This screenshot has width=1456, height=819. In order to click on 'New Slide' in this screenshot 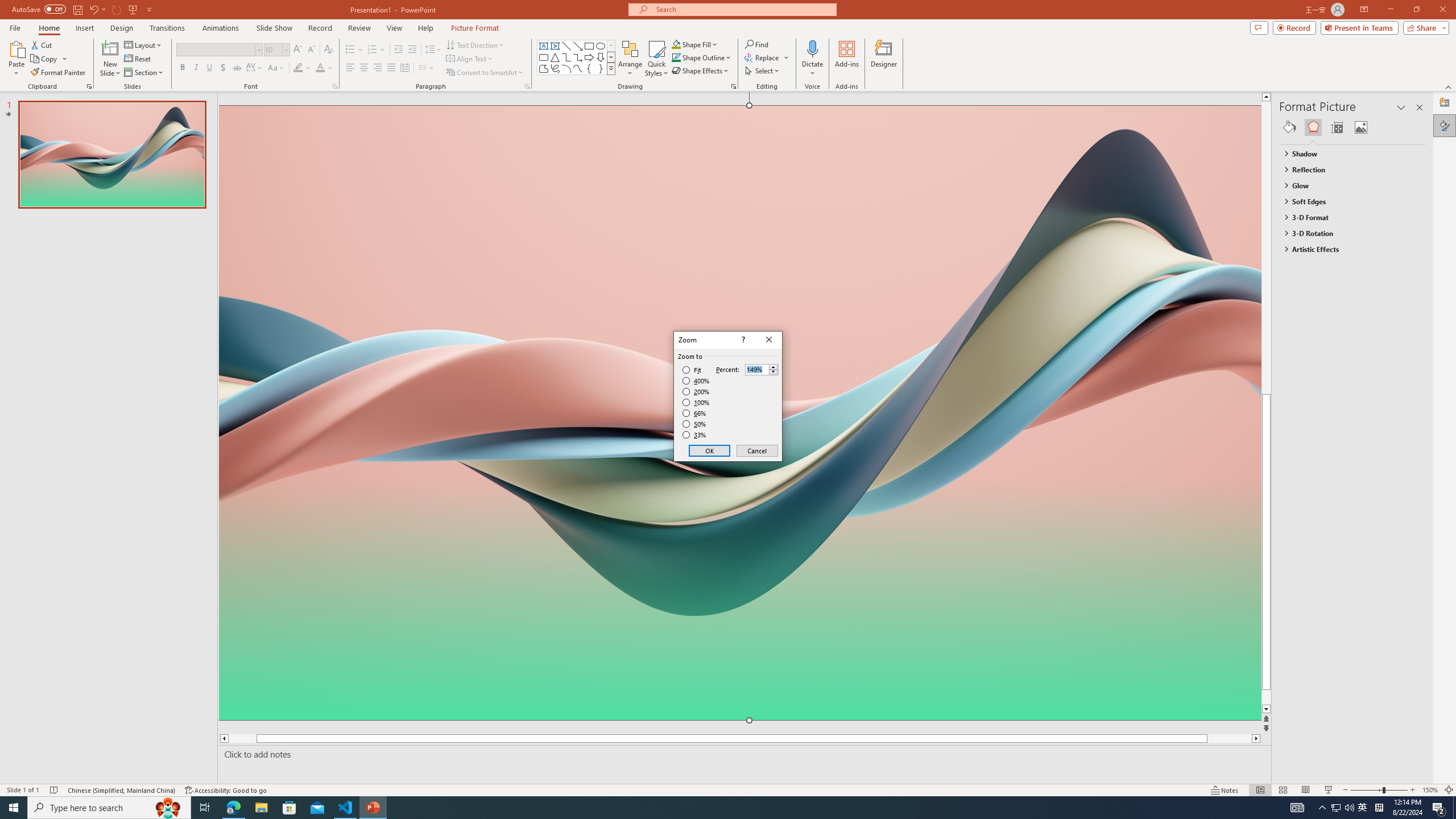, I will do `click(110, 59)`.